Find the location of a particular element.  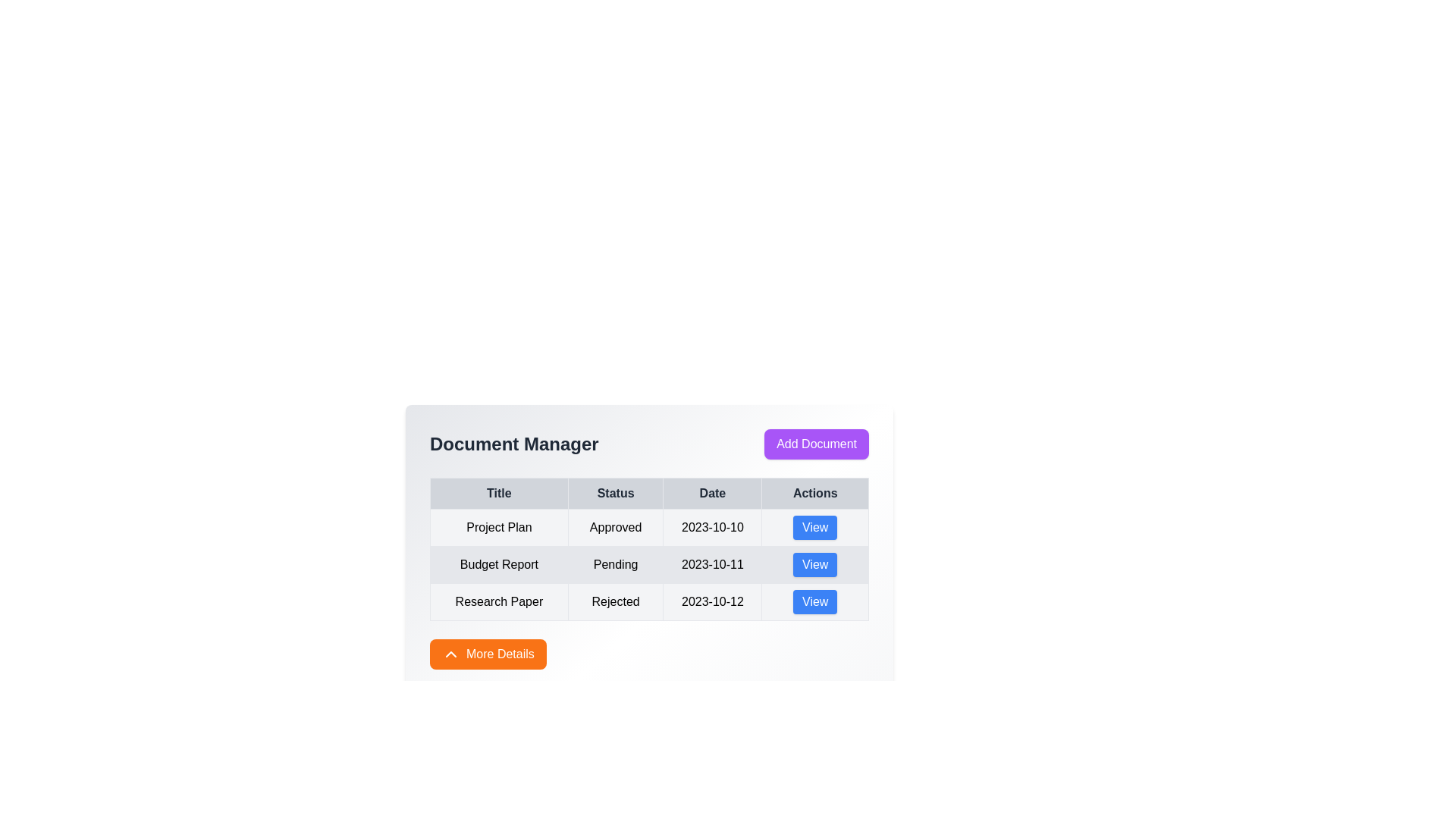

the 'View' button in the third row of the Document Manager table which contains the entry 'Research Paper' with status 'Rejected' and date '2023-10-12' is located at coordinates (649, 601).